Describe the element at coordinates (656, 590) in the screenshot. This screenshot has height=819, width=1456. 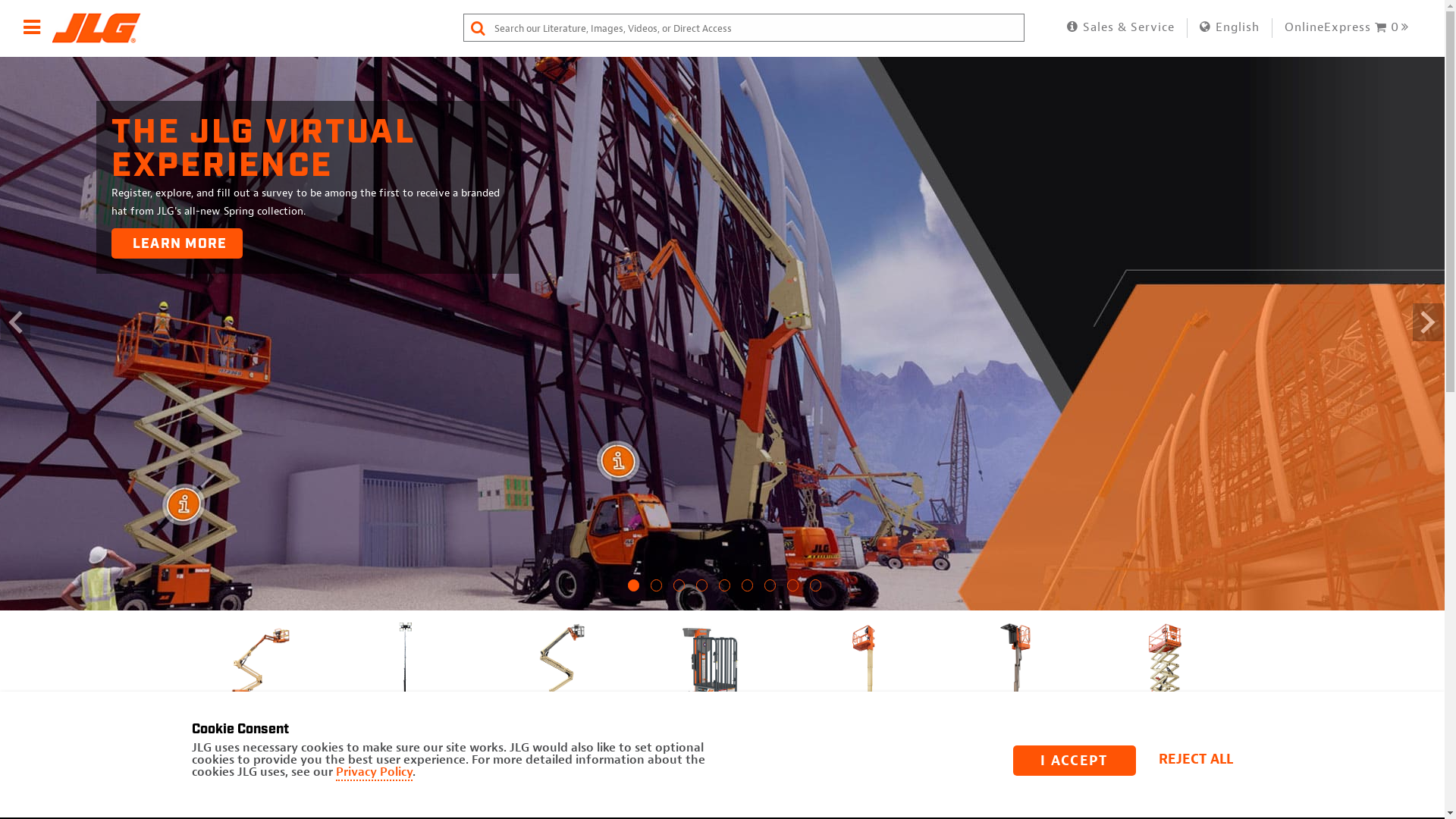
I see `'2'` at that location.